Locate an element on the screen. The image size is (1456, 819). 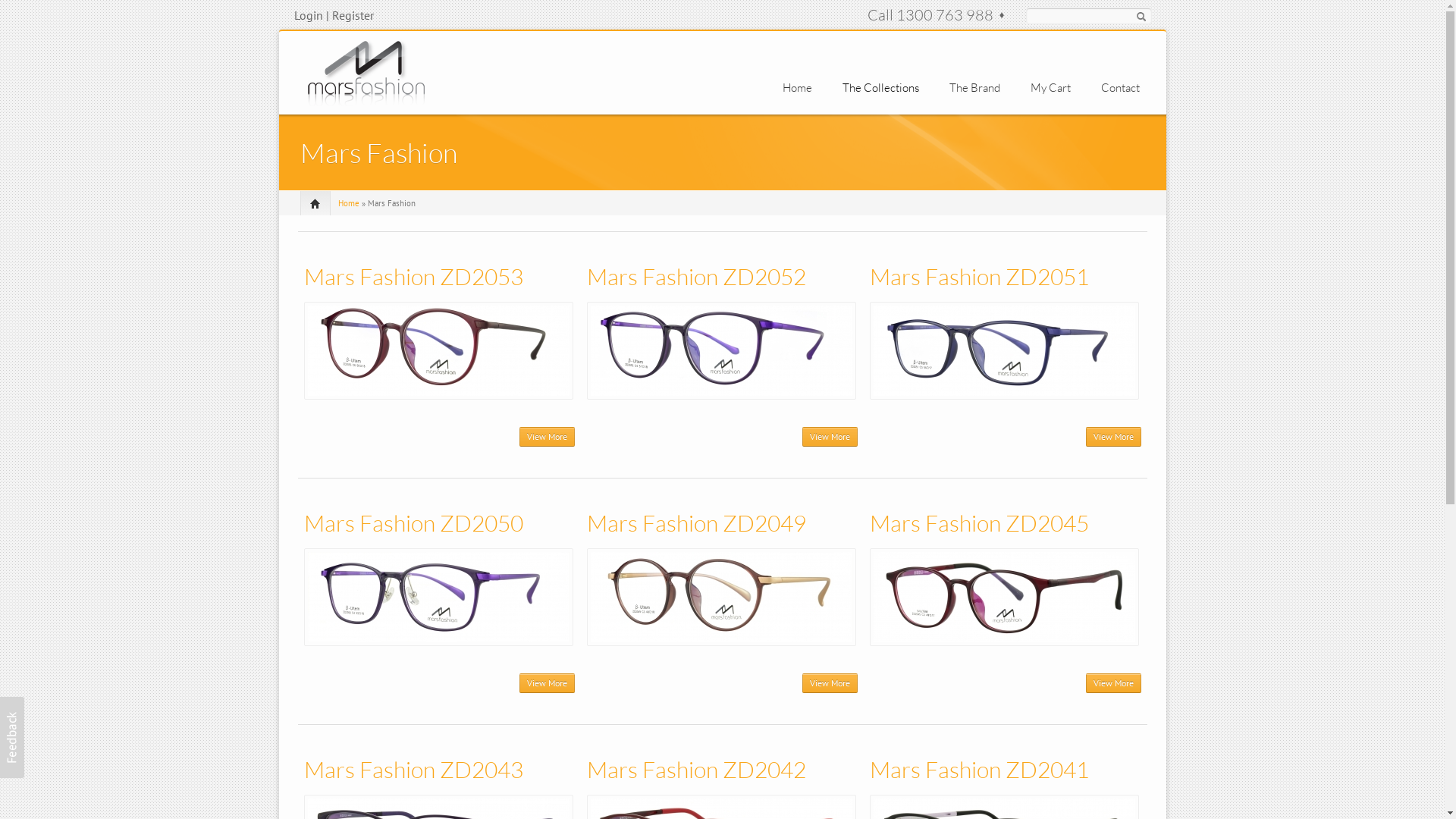
'View More is located at coordinates (546, 683).